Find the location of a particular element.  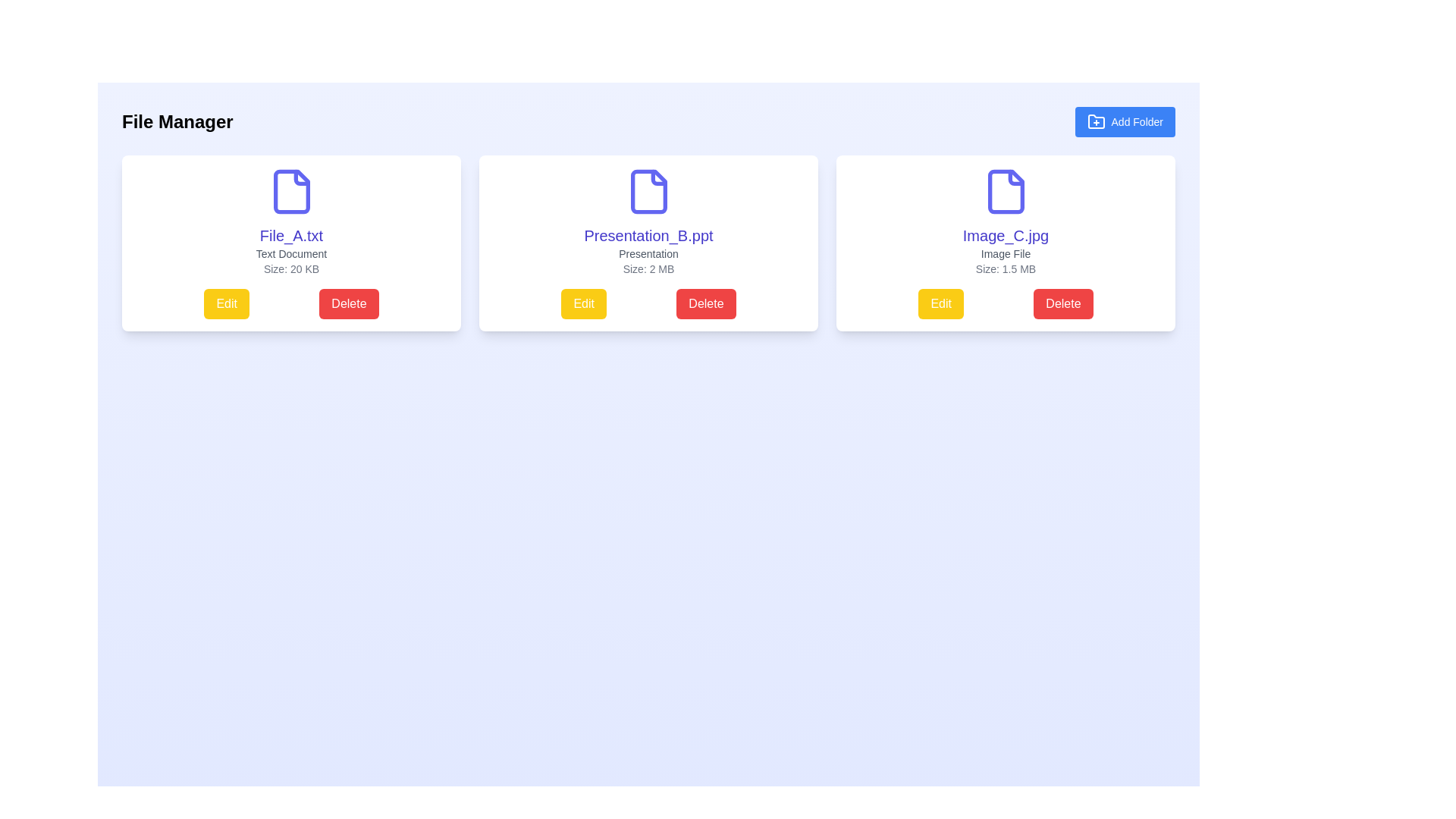

the red 'Delete' button with bold white text located below the 'Presentation_B.ppt' card in the second column is located at coordinates (705, 304).